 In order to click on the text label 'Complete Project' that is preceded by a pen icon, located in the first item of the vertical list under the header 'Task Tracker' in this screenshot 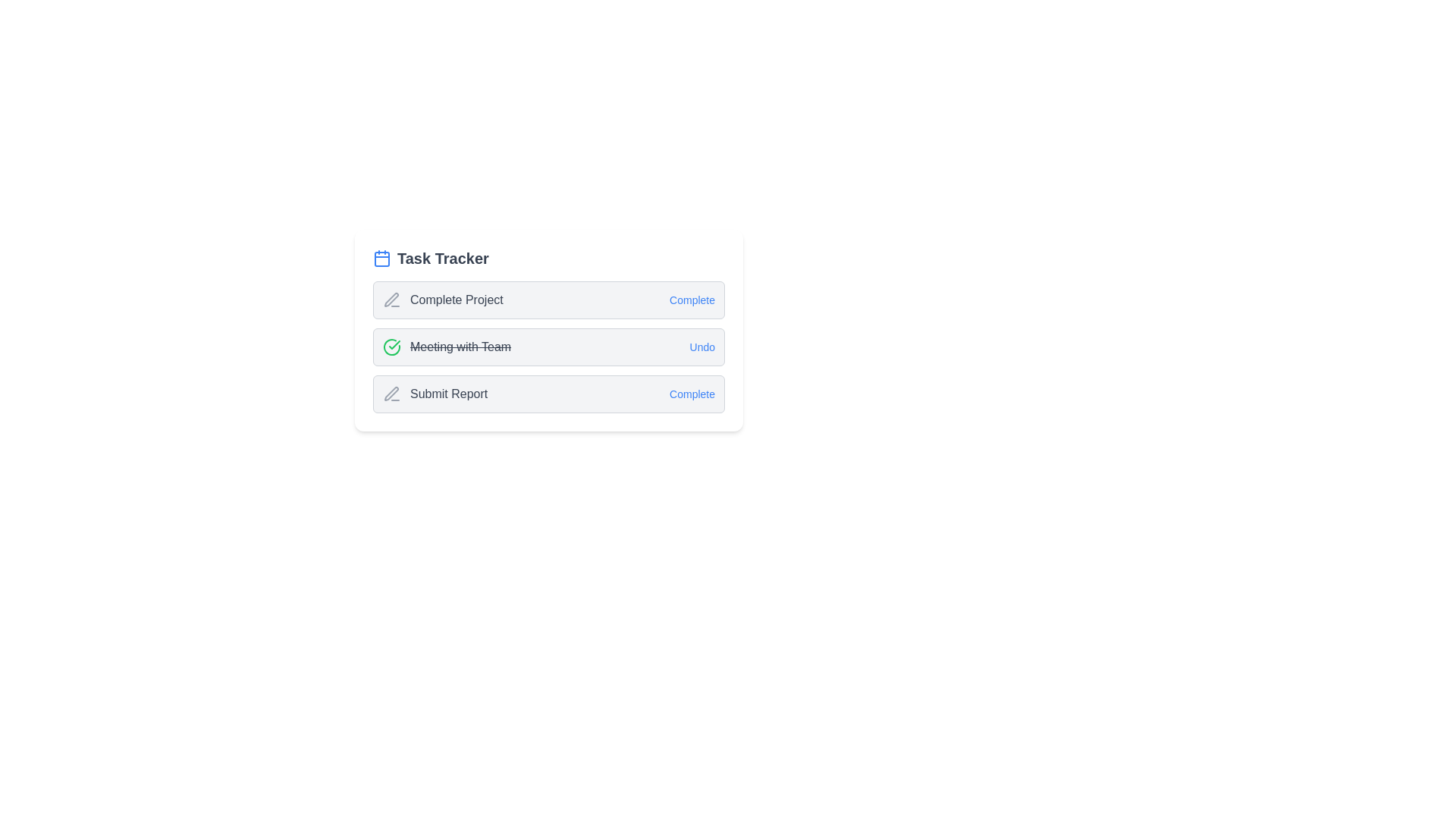, I will do `click(442, 300)`.